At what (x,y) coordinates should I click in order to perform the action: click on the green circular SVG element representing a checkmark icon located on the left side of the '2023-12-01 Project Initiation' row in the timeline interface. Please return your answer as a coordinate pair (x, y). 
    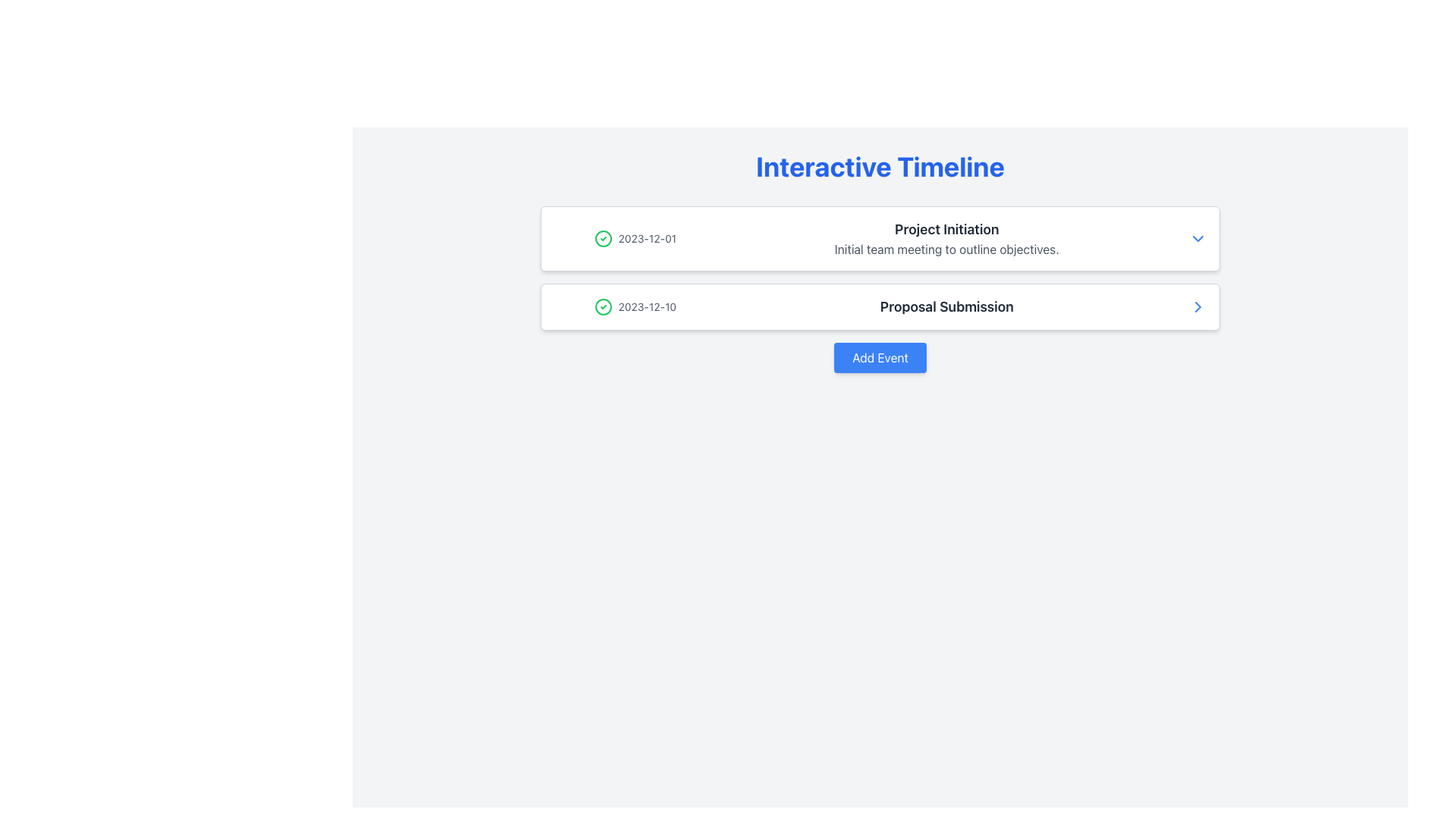
    Looking at the image, I should click on (602, 307).